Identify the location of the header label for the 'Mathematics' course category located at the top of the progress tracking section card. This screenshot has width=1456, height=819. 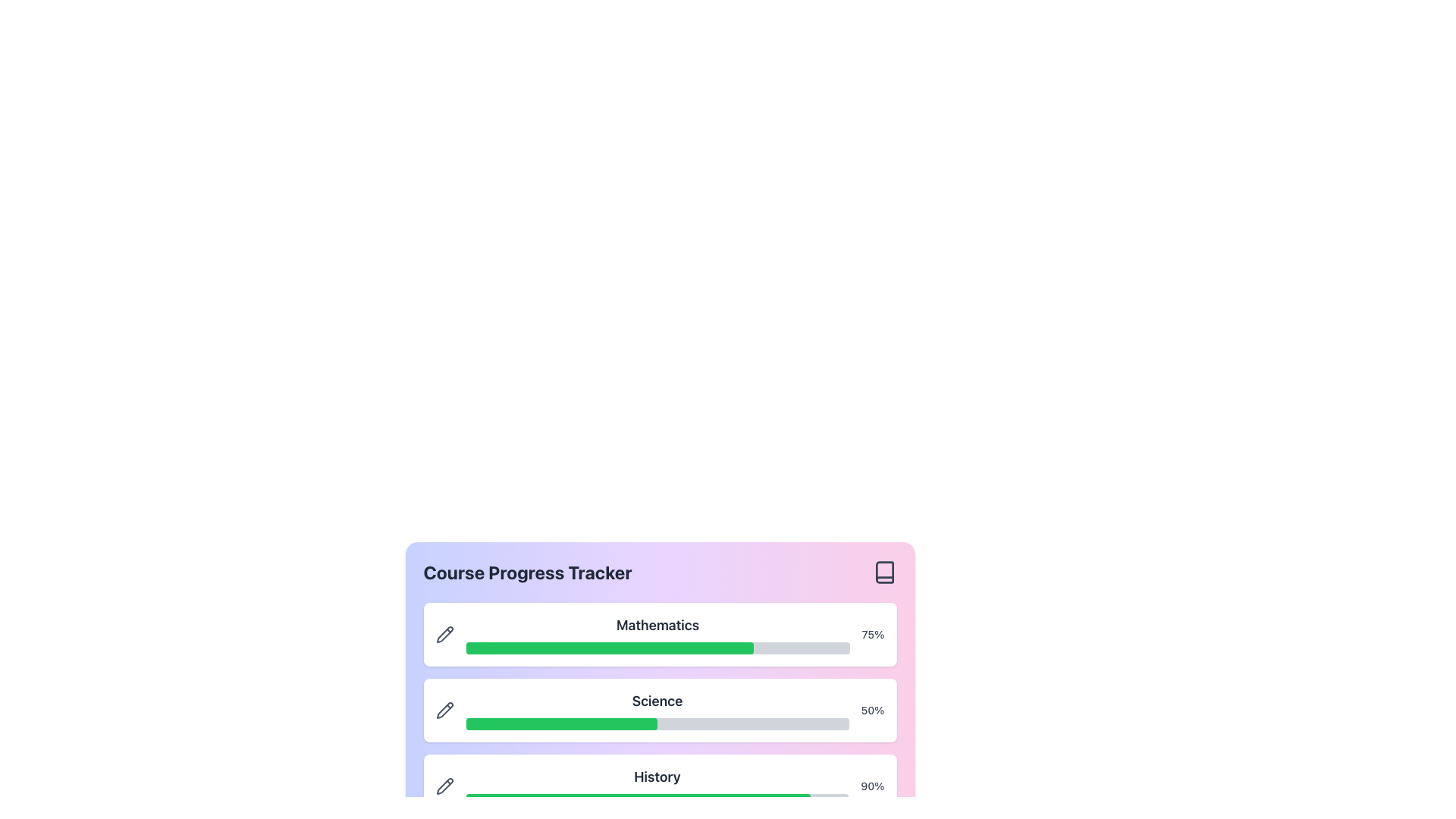
(657, 635).